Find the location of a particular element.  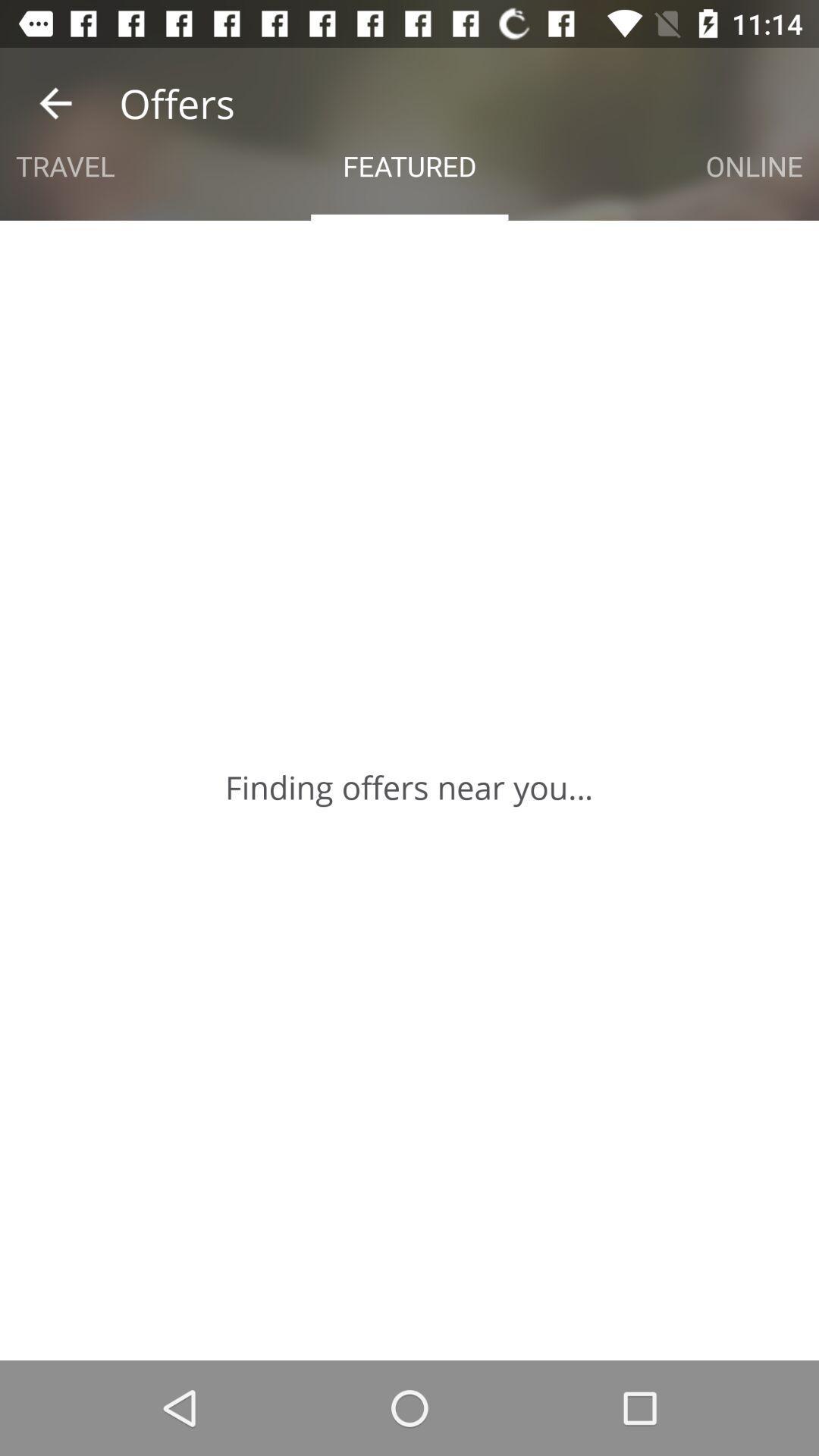

the item next to the featured icon is located at coordinates (754, 166).